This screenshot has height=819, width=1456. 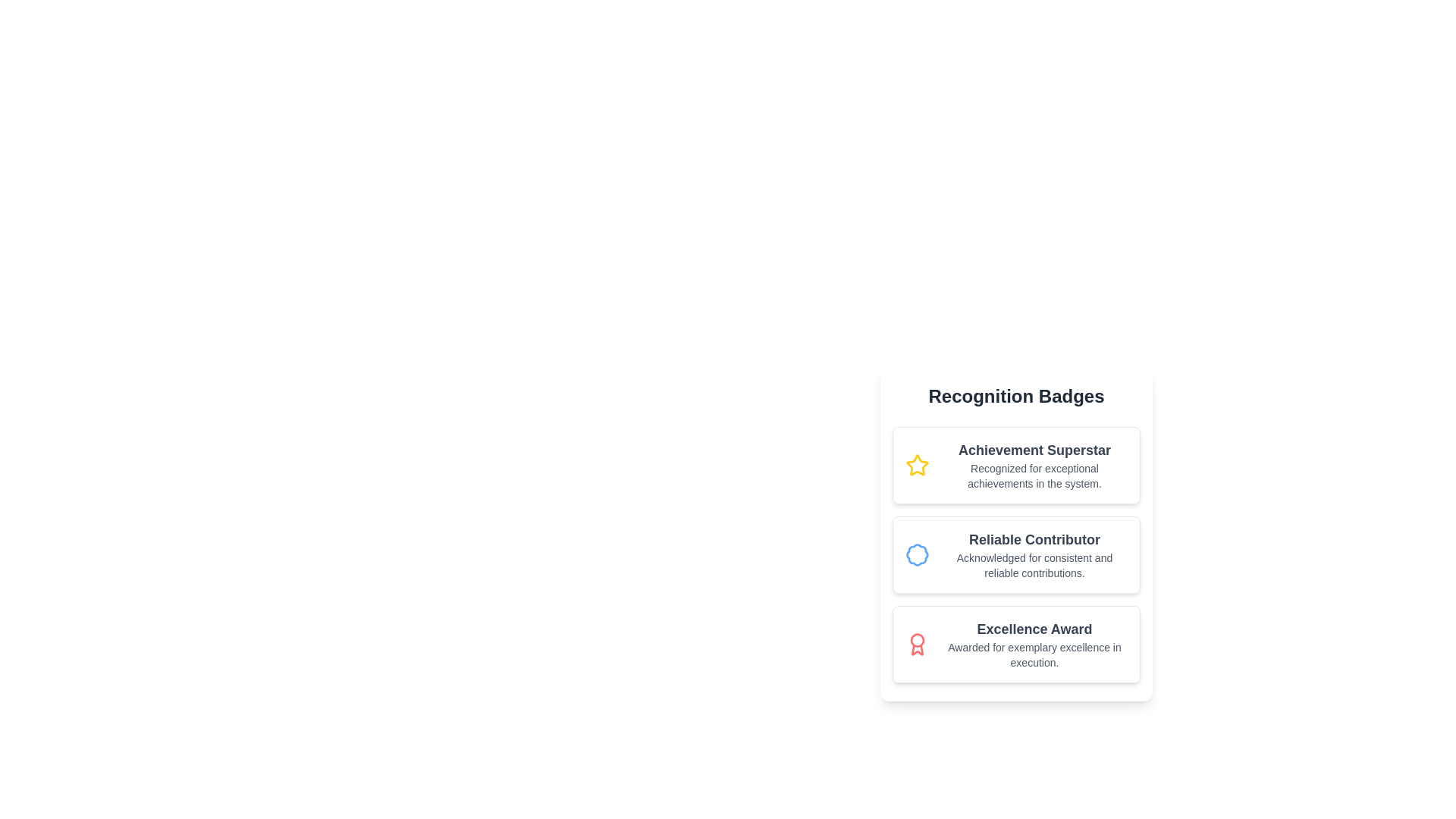 I want to click on the blue circular recognition badge icon located to the left of the 'Reliable Contributor' text label, so click(x=916, y=555).